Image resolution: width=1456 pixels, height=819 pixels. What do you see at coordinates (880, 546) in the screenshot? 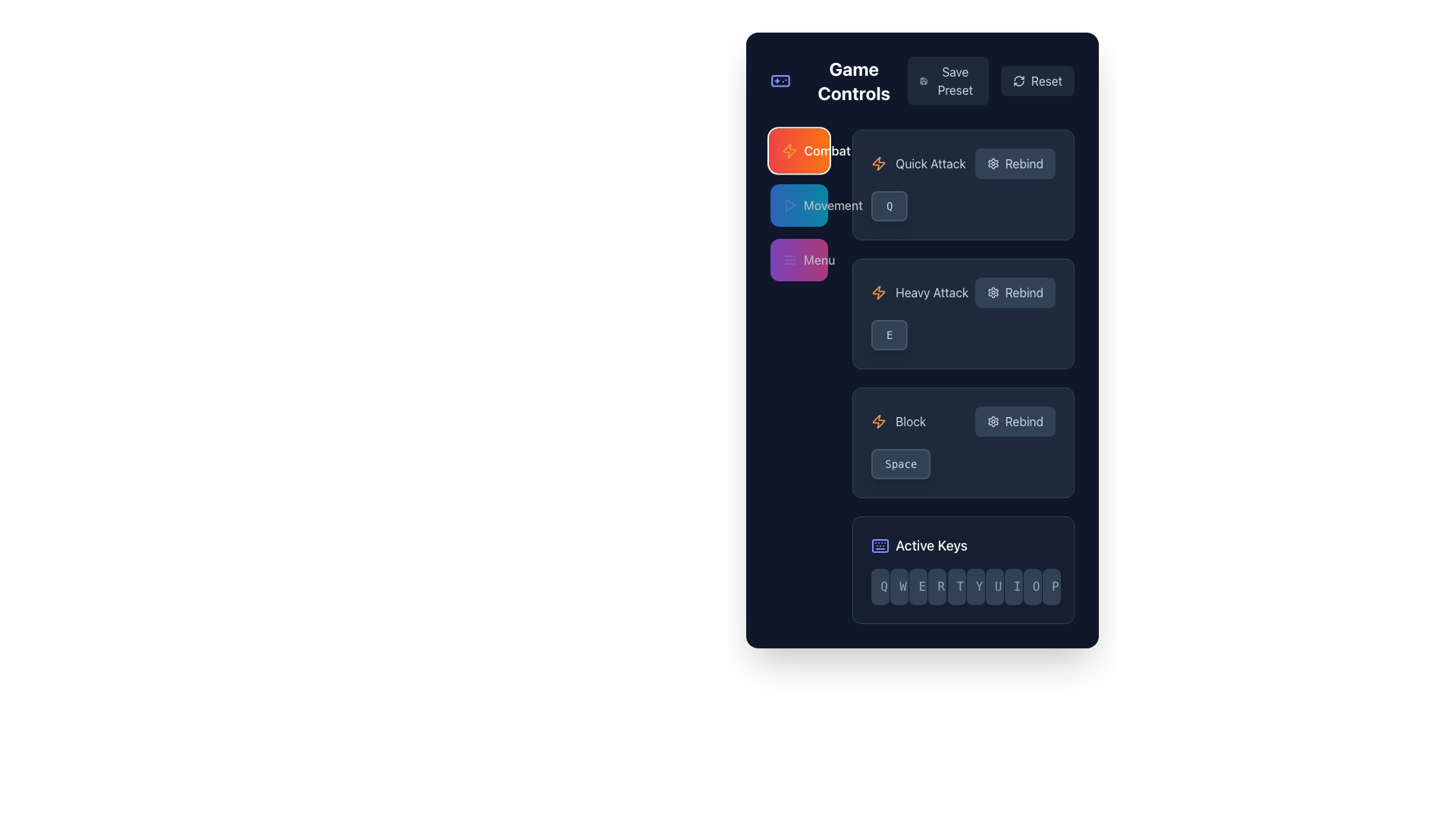
I see `the small indigo keyboard icon located in the 'Active Keys' section, positioned to the left of the 'Active Keys' label` at bounding box center [880, 546].